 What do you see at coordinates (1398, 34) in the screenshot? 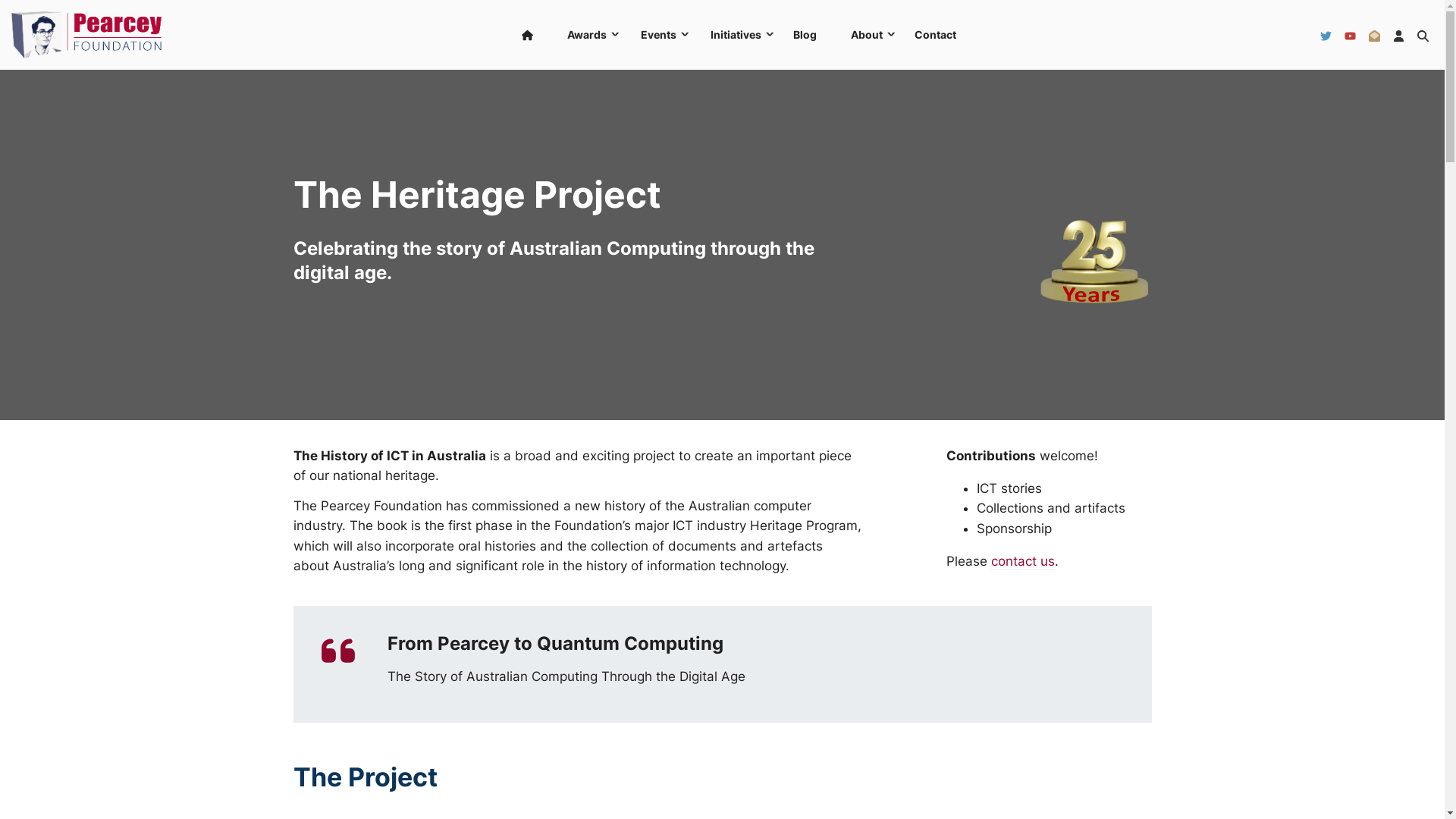
I see `'Profile'` at bounding box center [1398, 34].